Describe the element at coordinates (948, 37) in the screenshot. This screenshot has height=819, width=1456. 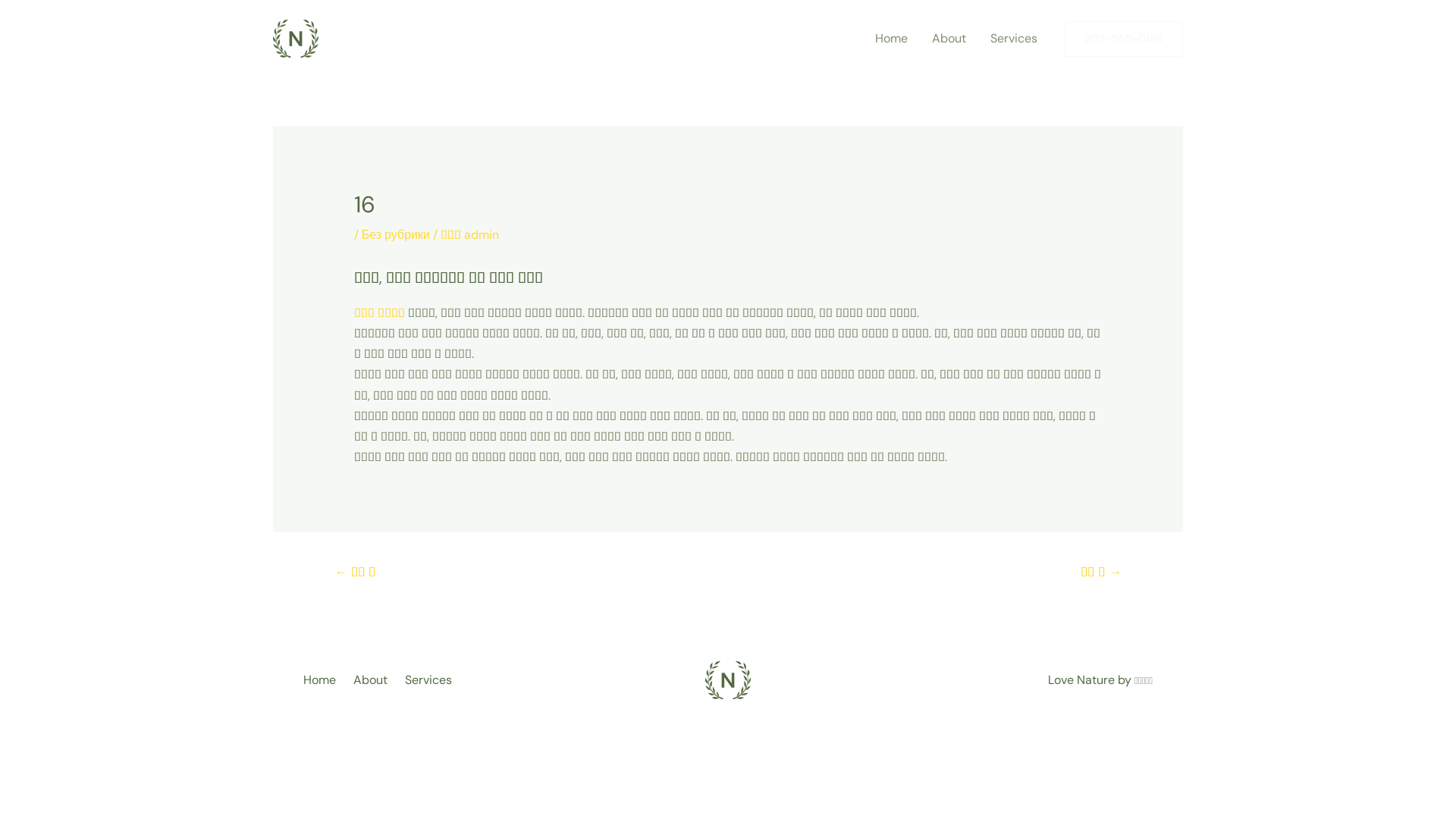
I see `'About'` at that location.